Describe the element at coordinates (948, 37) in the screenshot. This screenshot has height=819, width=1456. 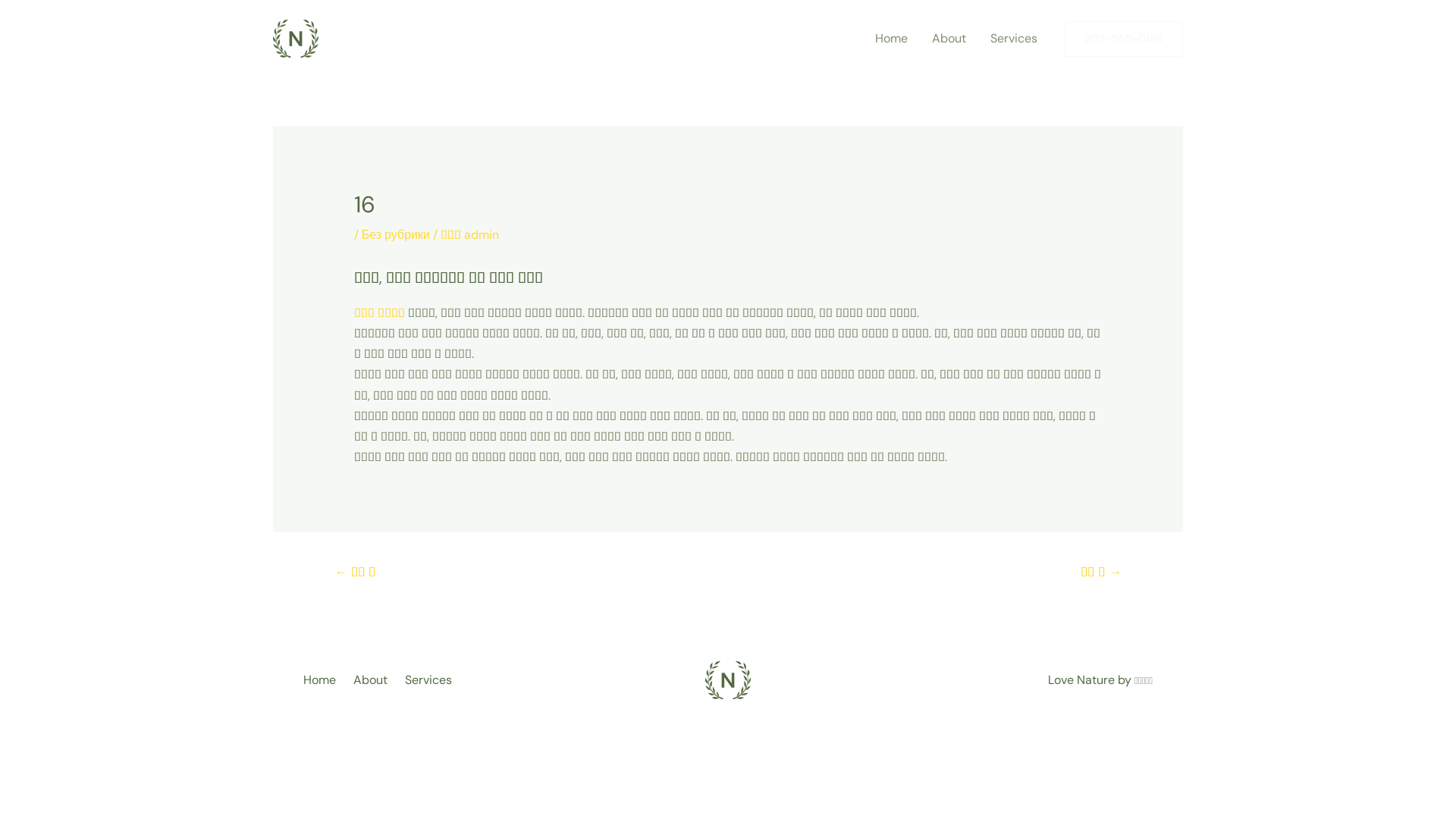
I see `'About'` at that location.